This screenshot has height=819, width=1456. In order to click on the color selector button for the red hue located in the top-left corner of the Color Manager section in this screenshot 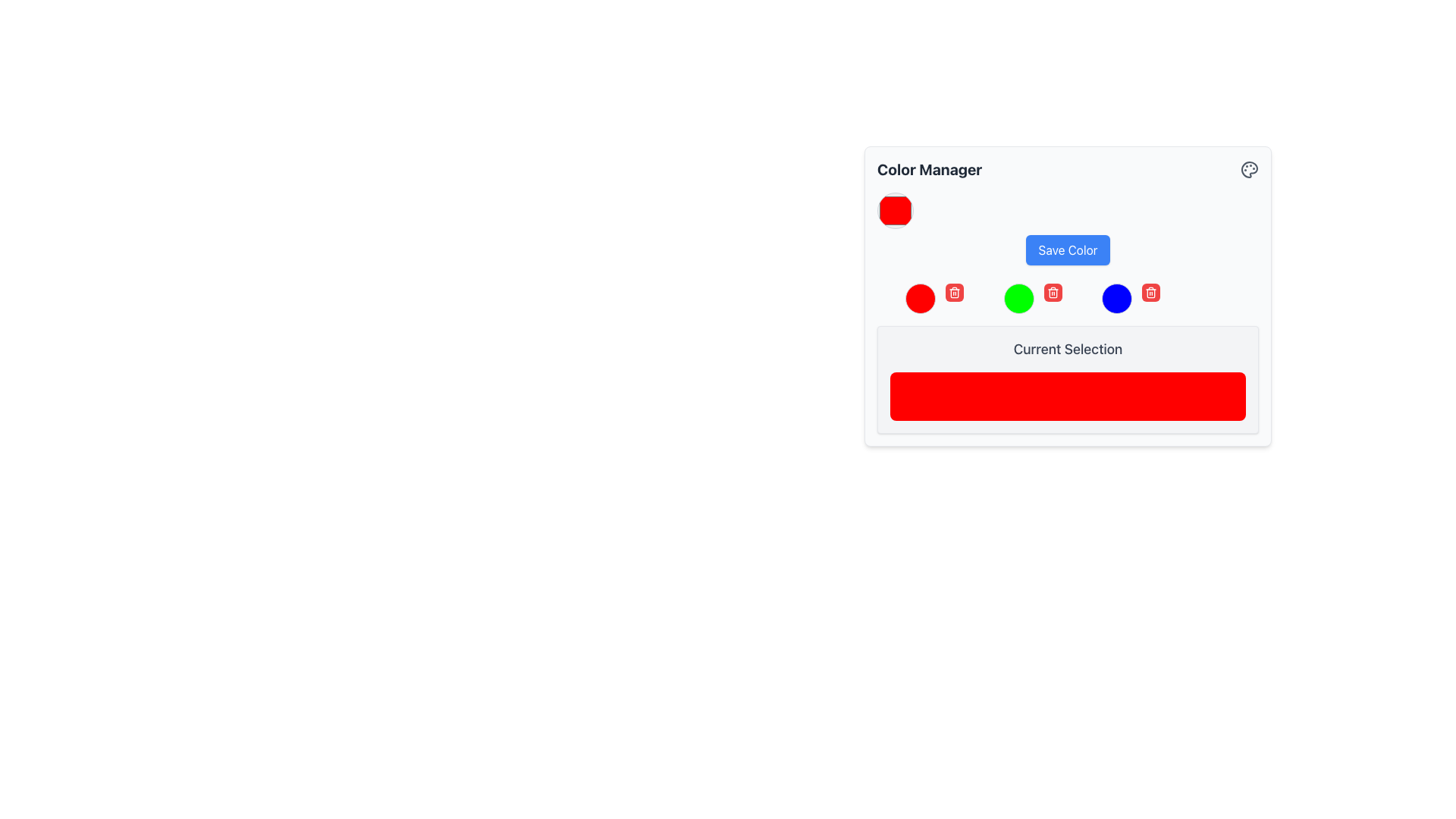, I will do `click(895, 210)`.